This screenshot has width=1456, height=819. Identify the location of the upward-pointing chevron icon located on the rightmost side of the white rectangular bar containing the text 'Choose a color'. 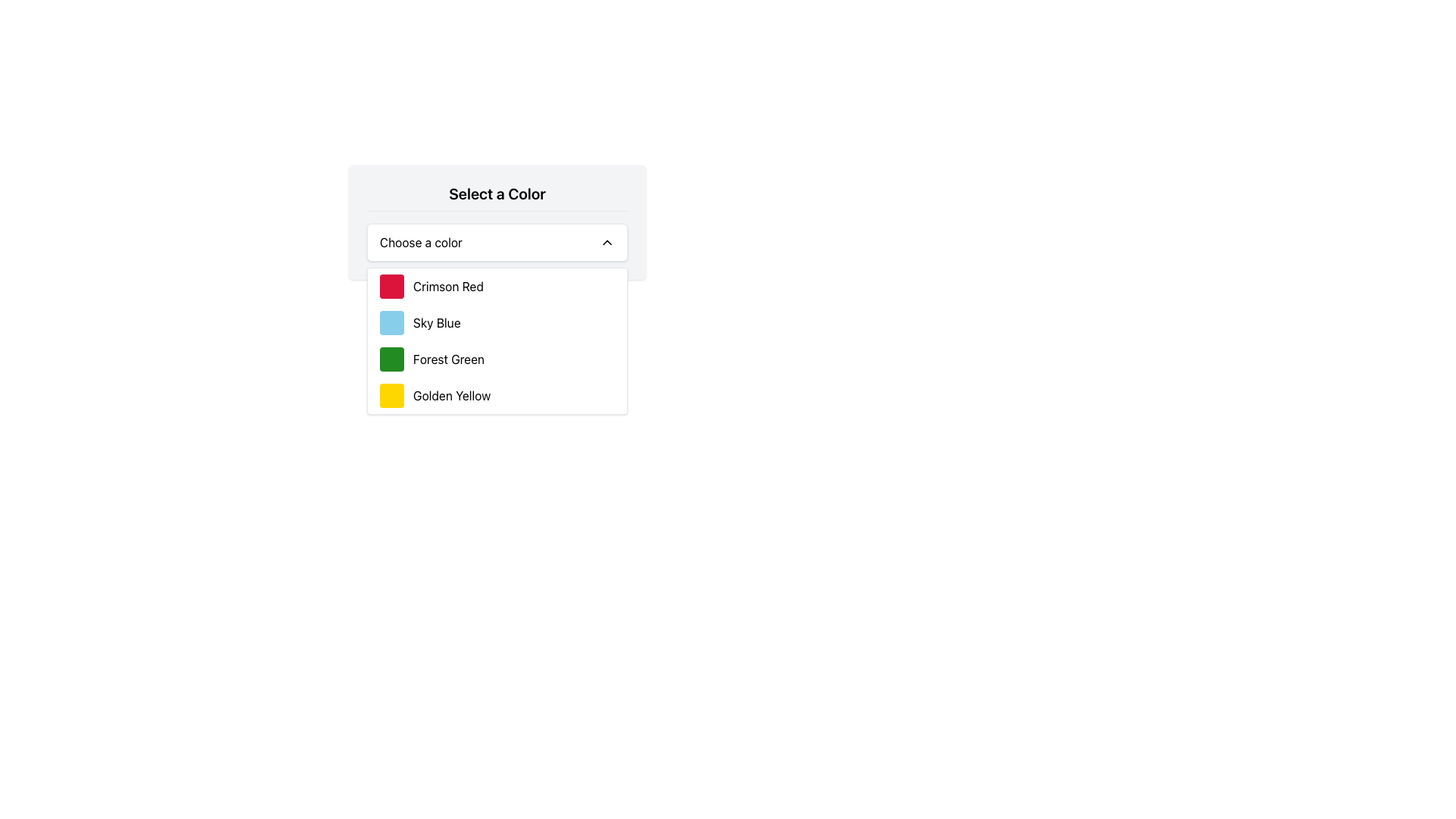
(607, 242).